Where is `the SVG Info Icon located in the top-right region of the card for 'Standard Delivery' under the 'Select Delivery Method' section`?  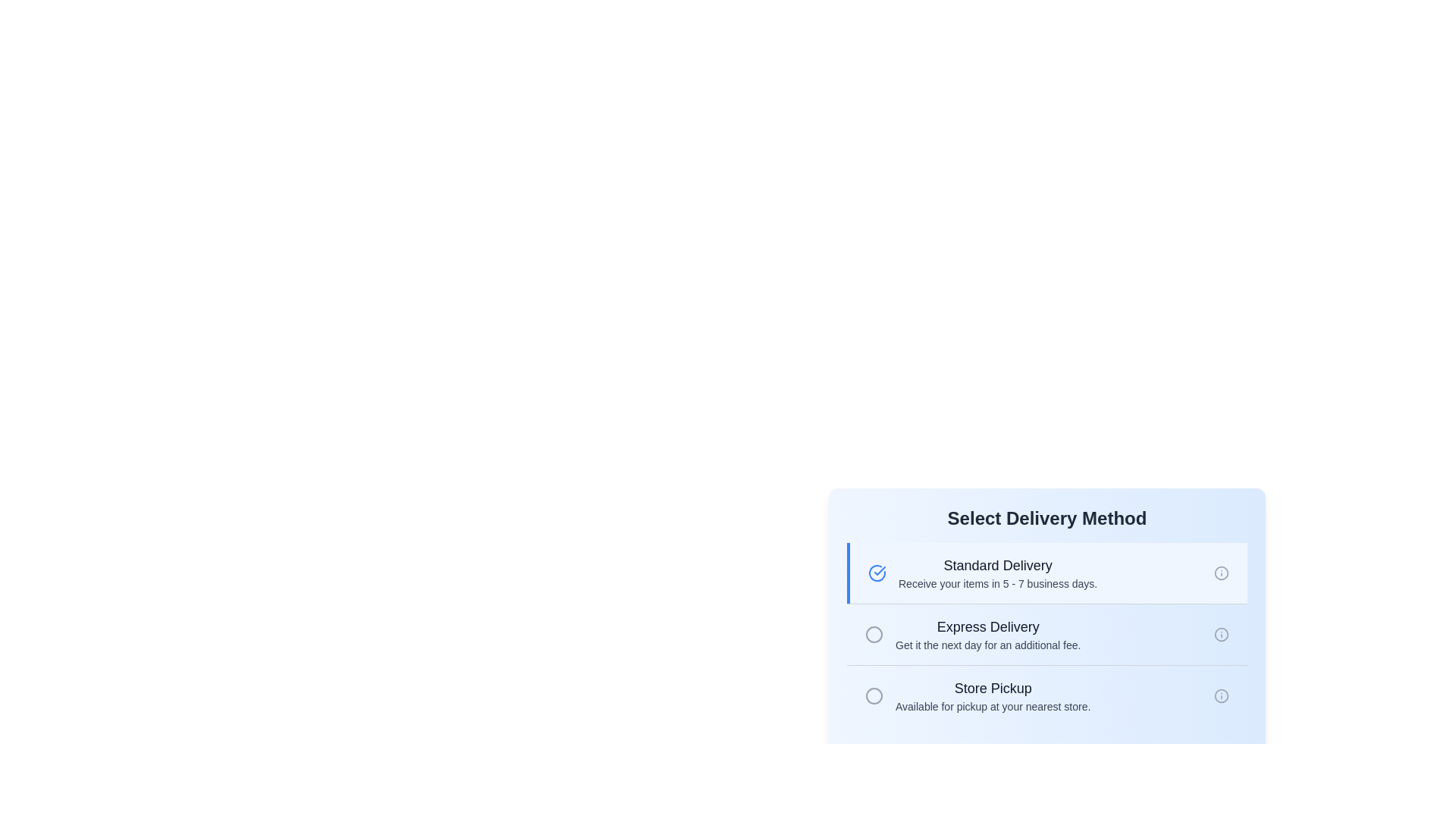 the SVG Info Icon located in the top-right region of the card for 'Standard Delivery' under the 'Select Delivery Method' section is located at coordinates (1222, 573).